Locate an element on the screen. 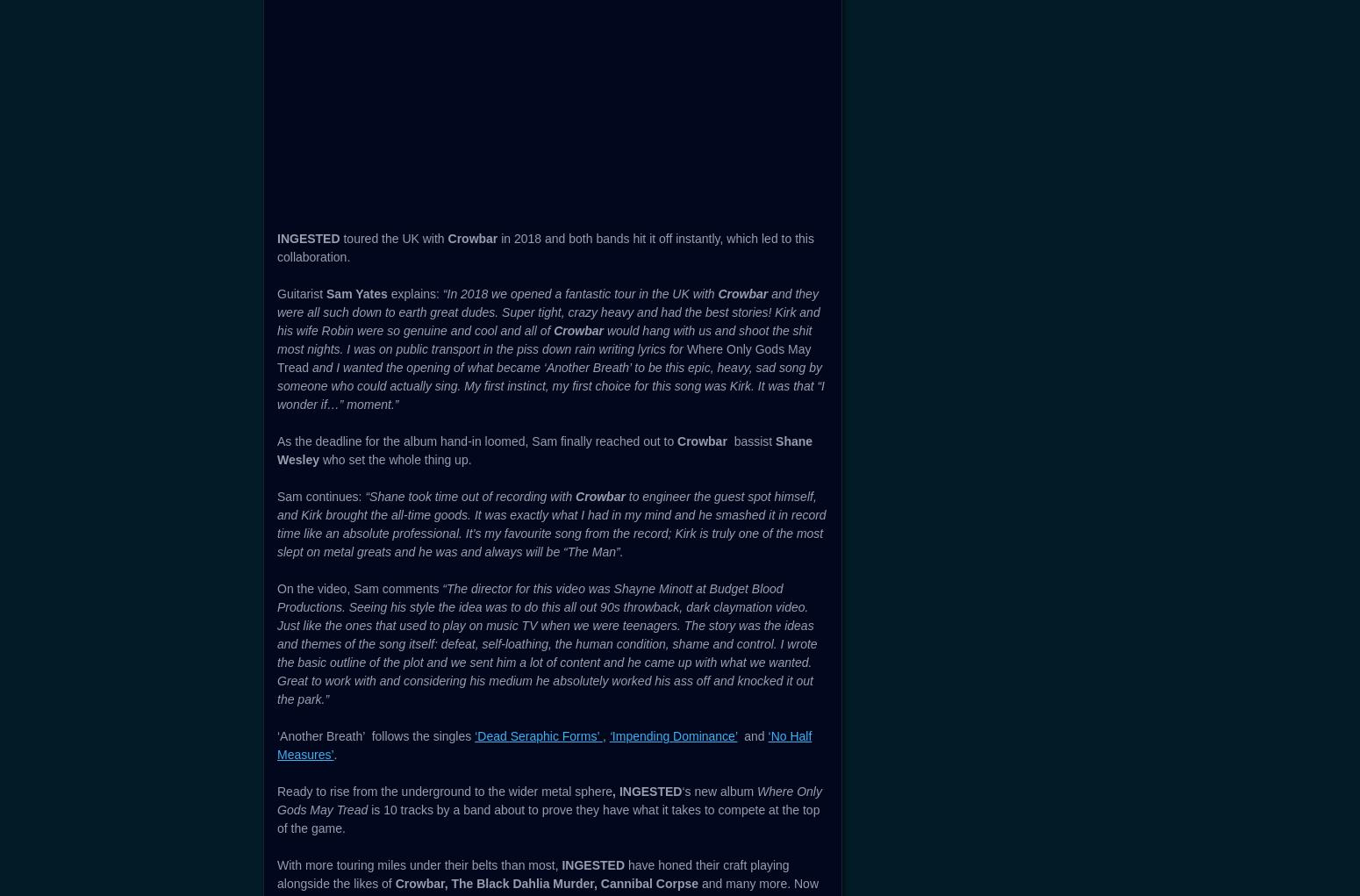 The width and height of the screenshot is (1360, 896). ',' is located at coordinates (700, 323).